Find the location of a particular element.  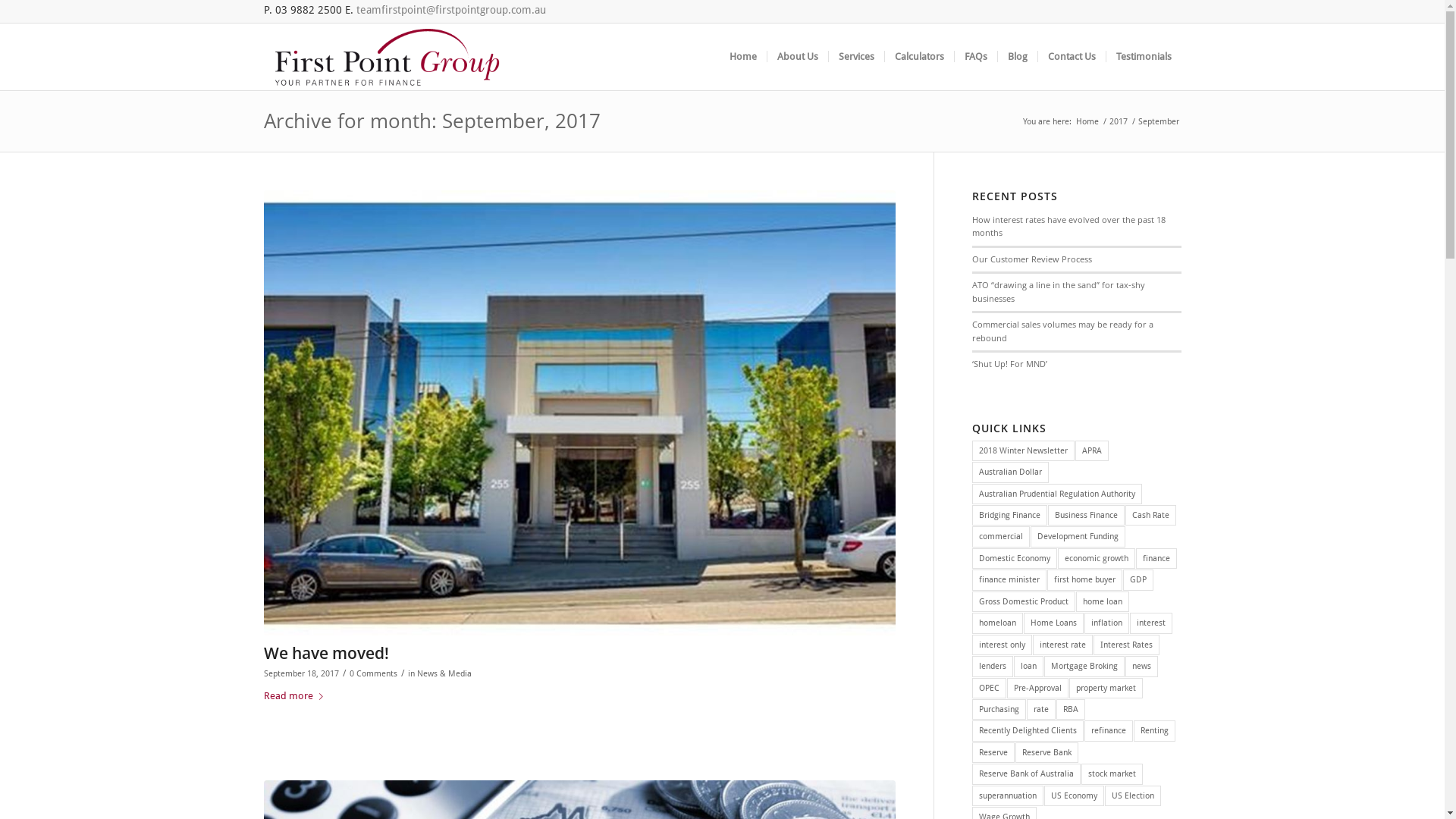

'Australian Dollar' is located at coordinates (1010, 471).